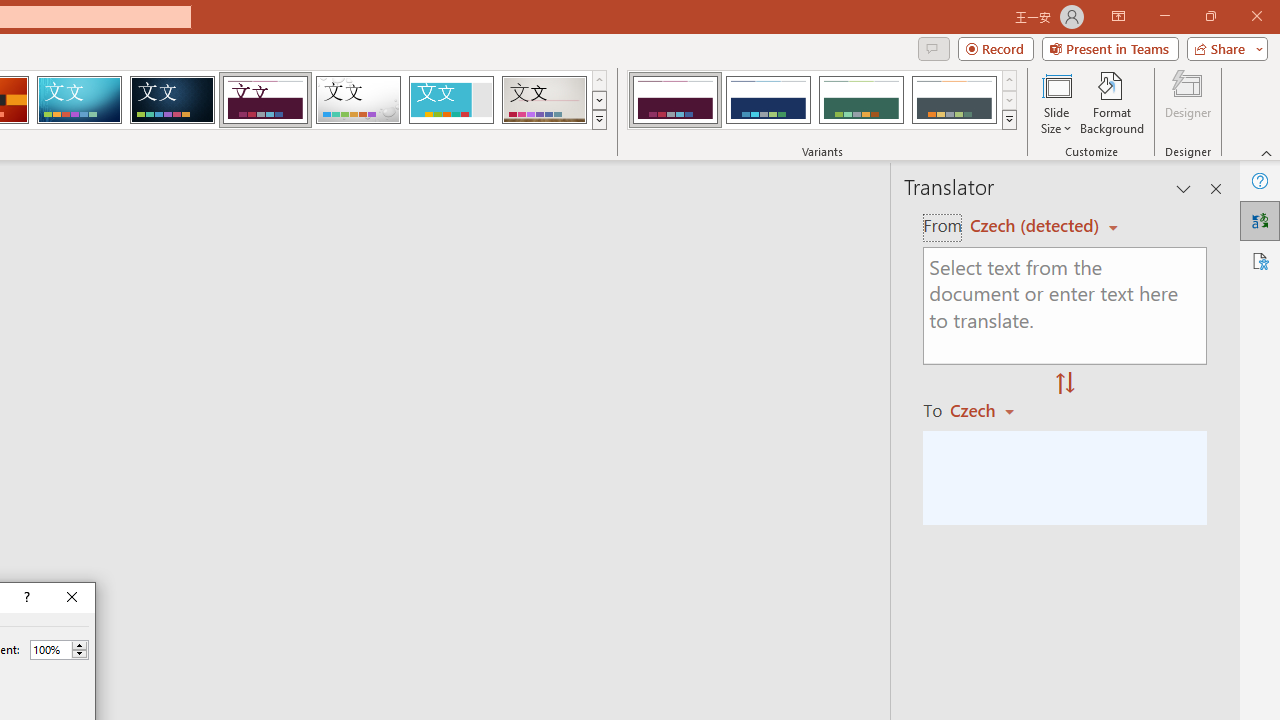 The height and width of the screenshot is (720, 1280). I want to click on 'Share', so click(1222, 47).